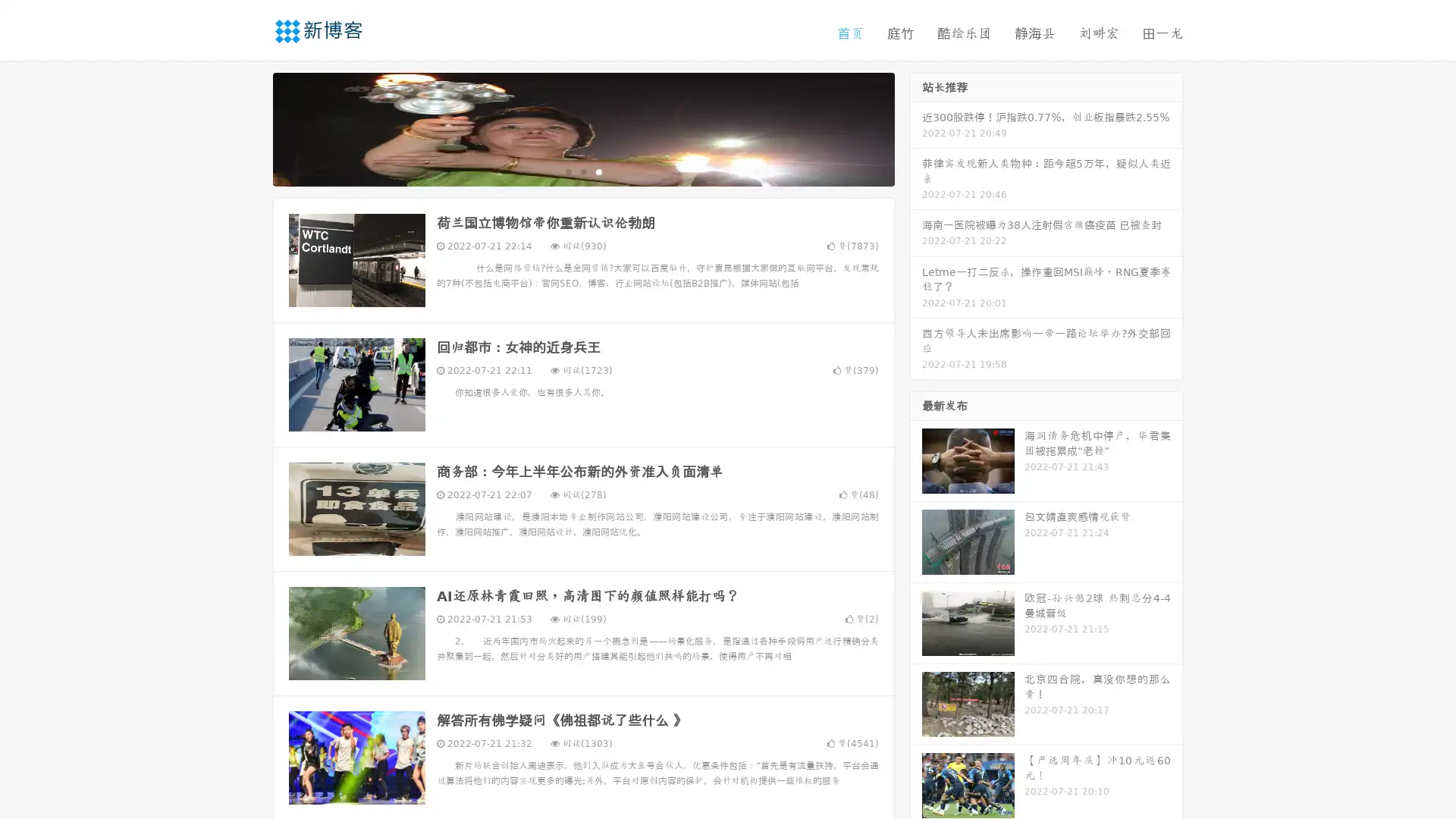 The width and height of the screenshot is (1456, 819). I want to click on Next slide, so click(916, 127).